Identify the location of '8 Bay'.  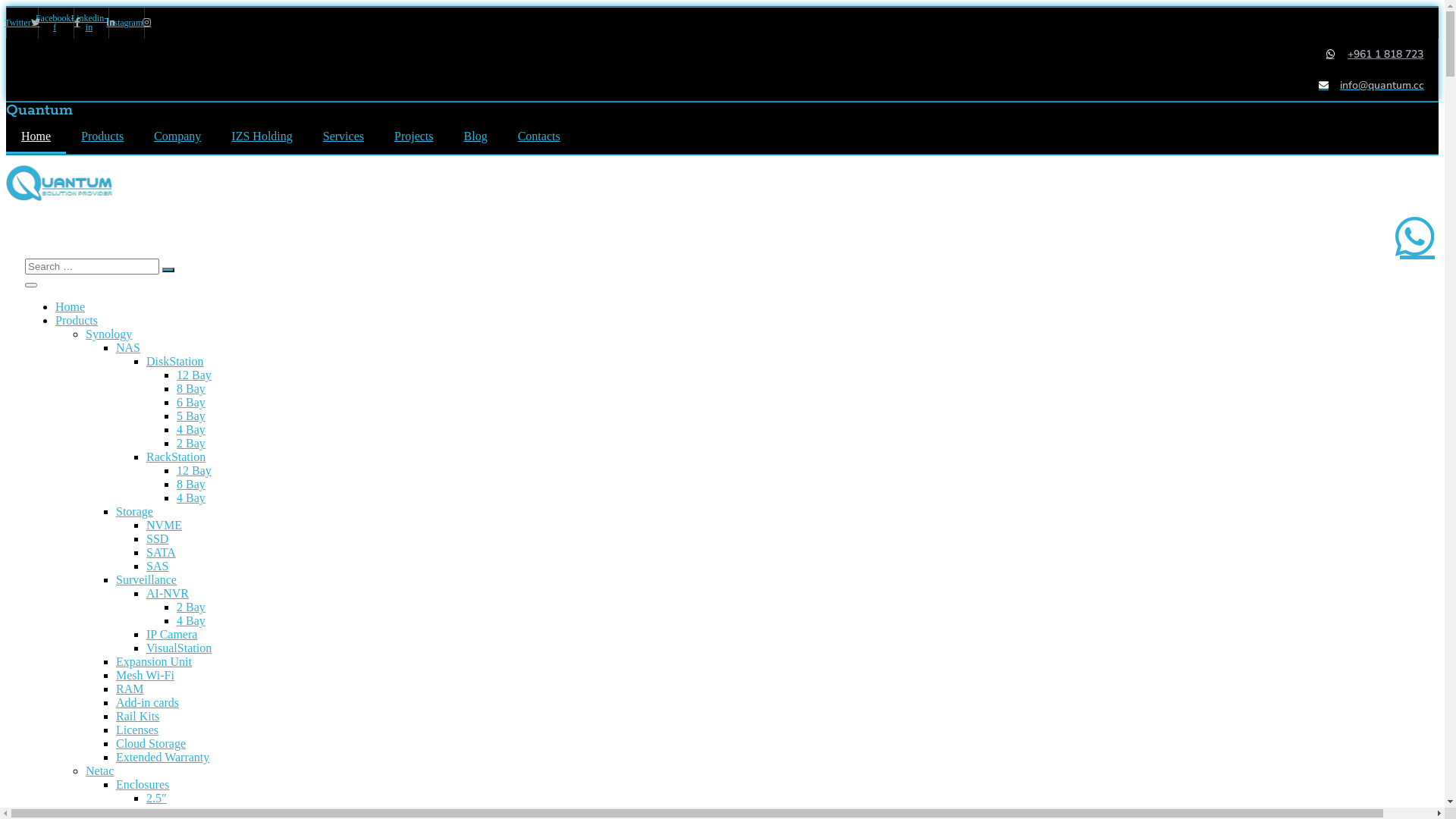
(190, 484).